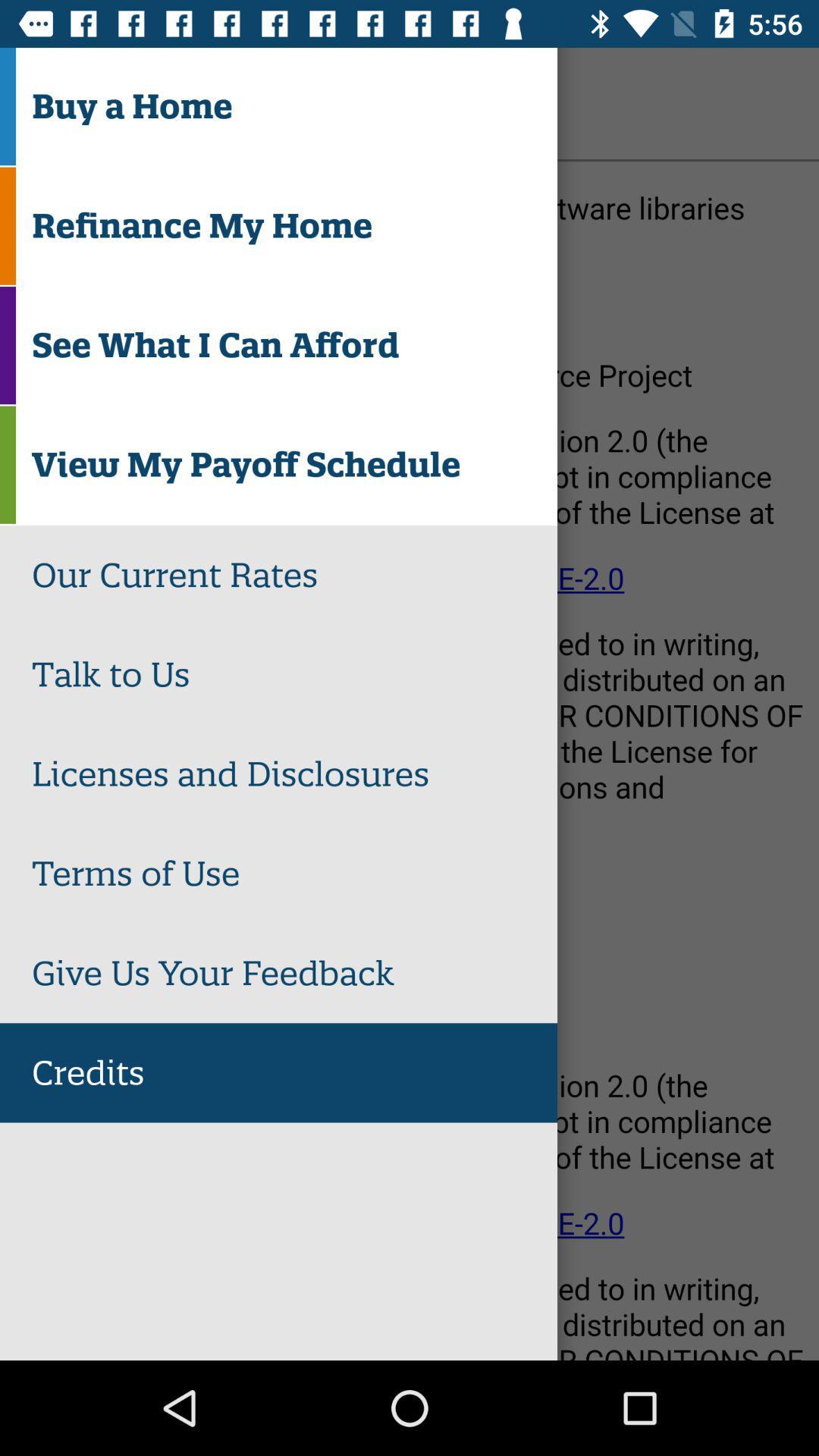 This screenshot has height=1456, width=819. Describe the element at coordinates (294, 774) in the screenshot. I see `licenses and disclosures` at that location.